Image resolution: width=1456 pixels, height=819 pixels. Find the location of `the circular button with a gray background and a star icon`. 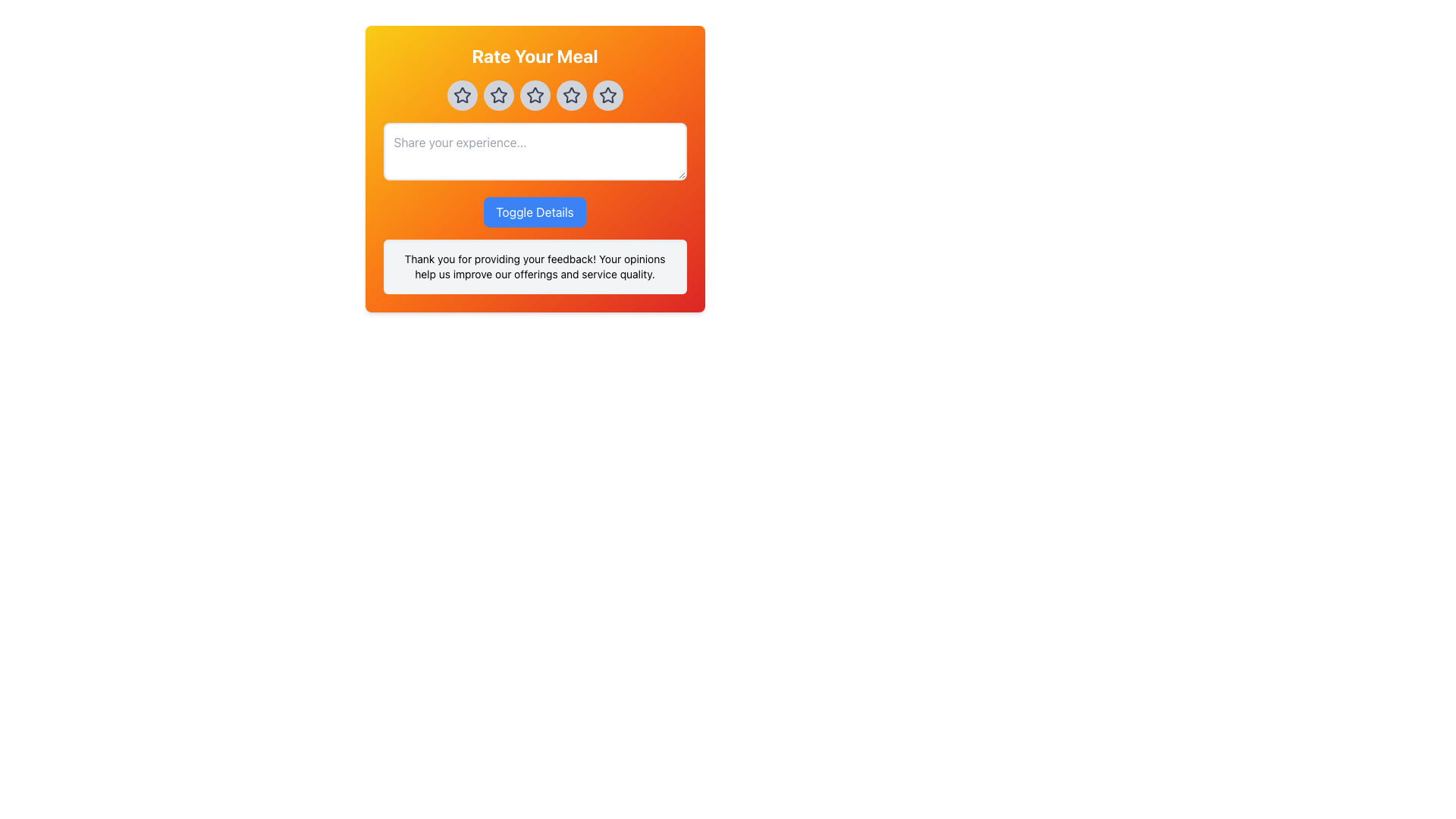

the circular button with a gray background and a star icon is located at coordinates (498, 96).